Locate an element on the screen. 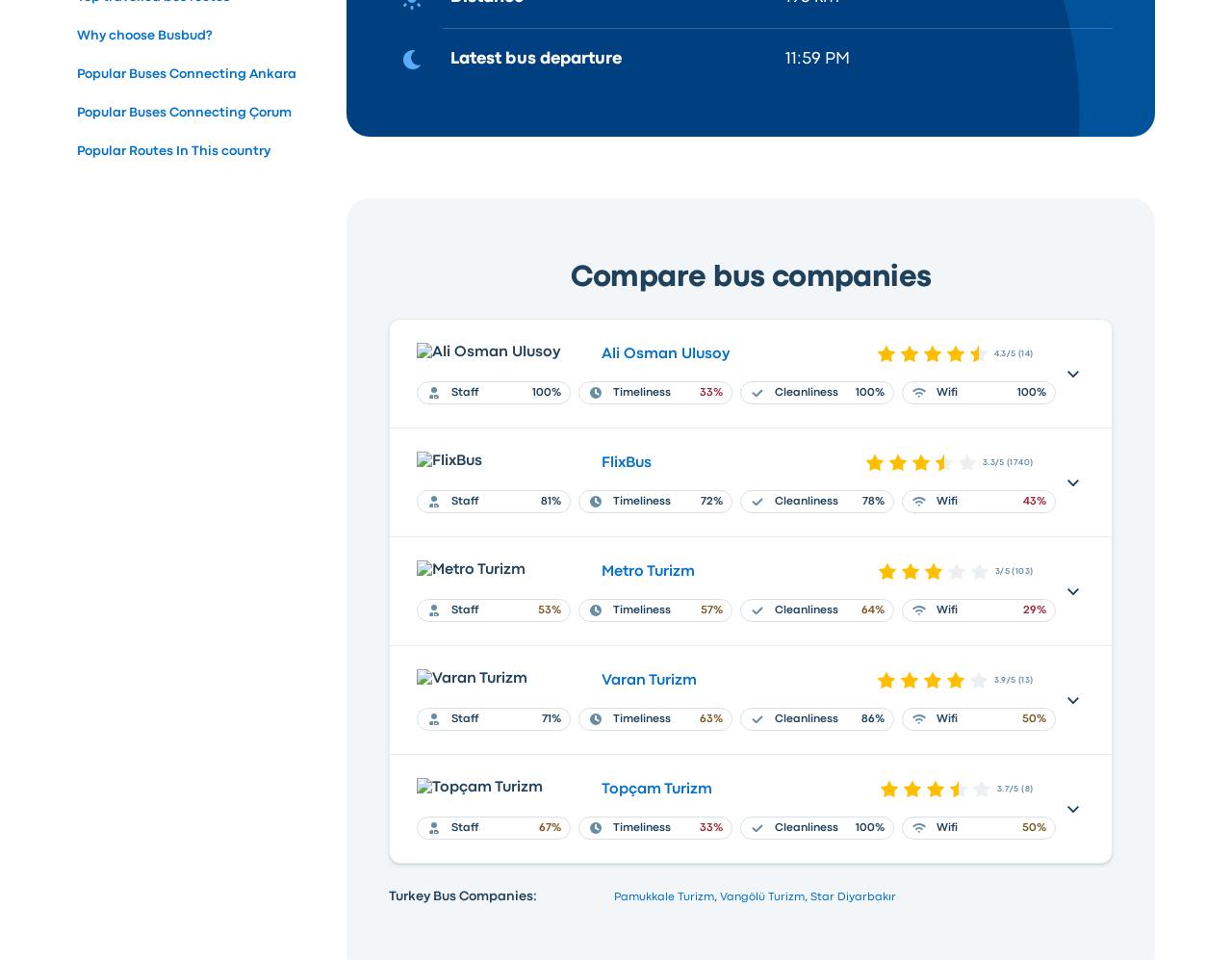 The height and width of the screenshot is (960, 1232). 'Star Diyarbakır' is located at coordinates (851, 895).